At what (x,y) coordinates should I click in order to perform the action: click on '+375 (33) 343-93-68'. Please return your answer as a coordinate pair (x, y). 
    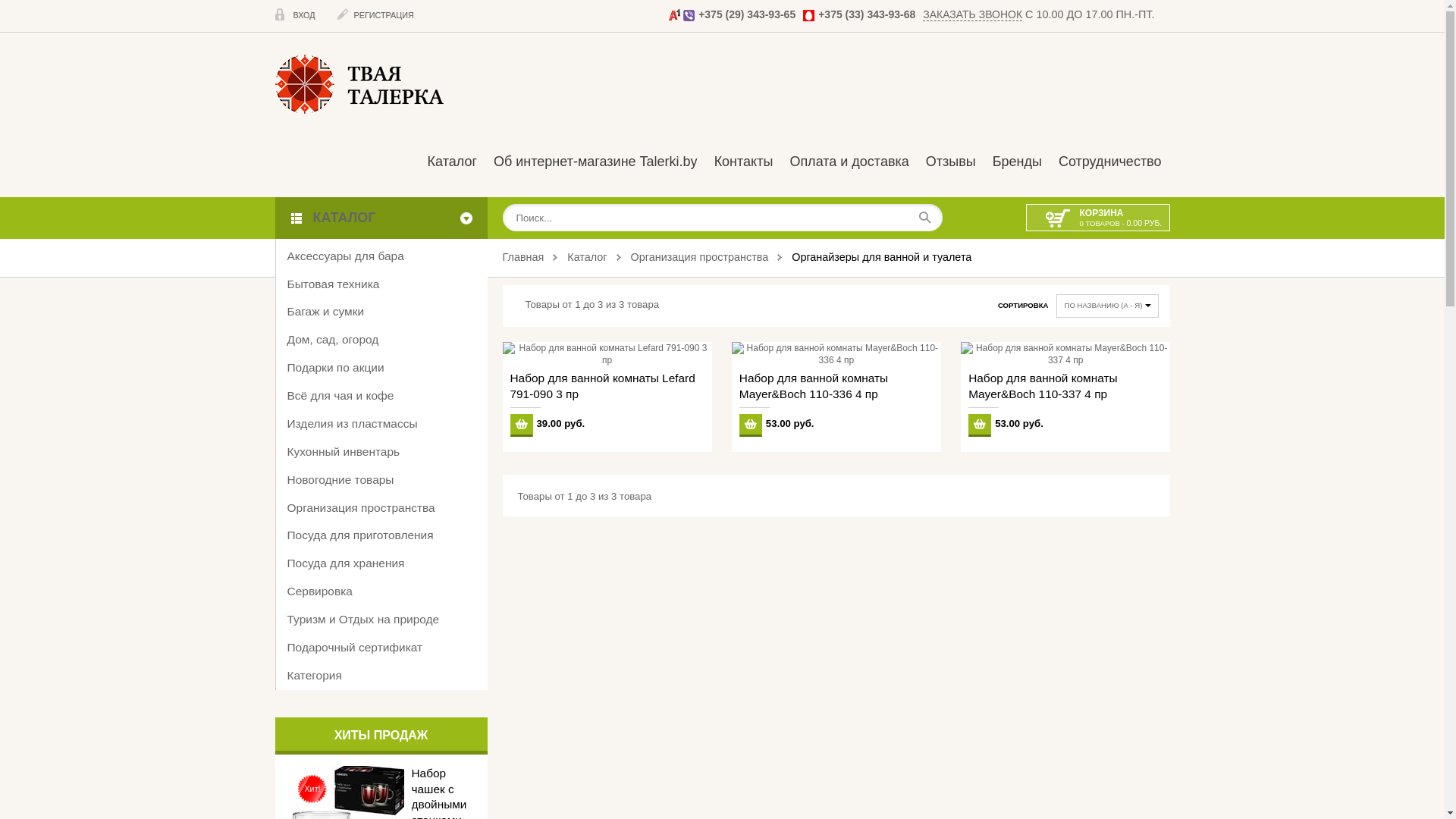
    Looking at the image, I should click on (866, 14).